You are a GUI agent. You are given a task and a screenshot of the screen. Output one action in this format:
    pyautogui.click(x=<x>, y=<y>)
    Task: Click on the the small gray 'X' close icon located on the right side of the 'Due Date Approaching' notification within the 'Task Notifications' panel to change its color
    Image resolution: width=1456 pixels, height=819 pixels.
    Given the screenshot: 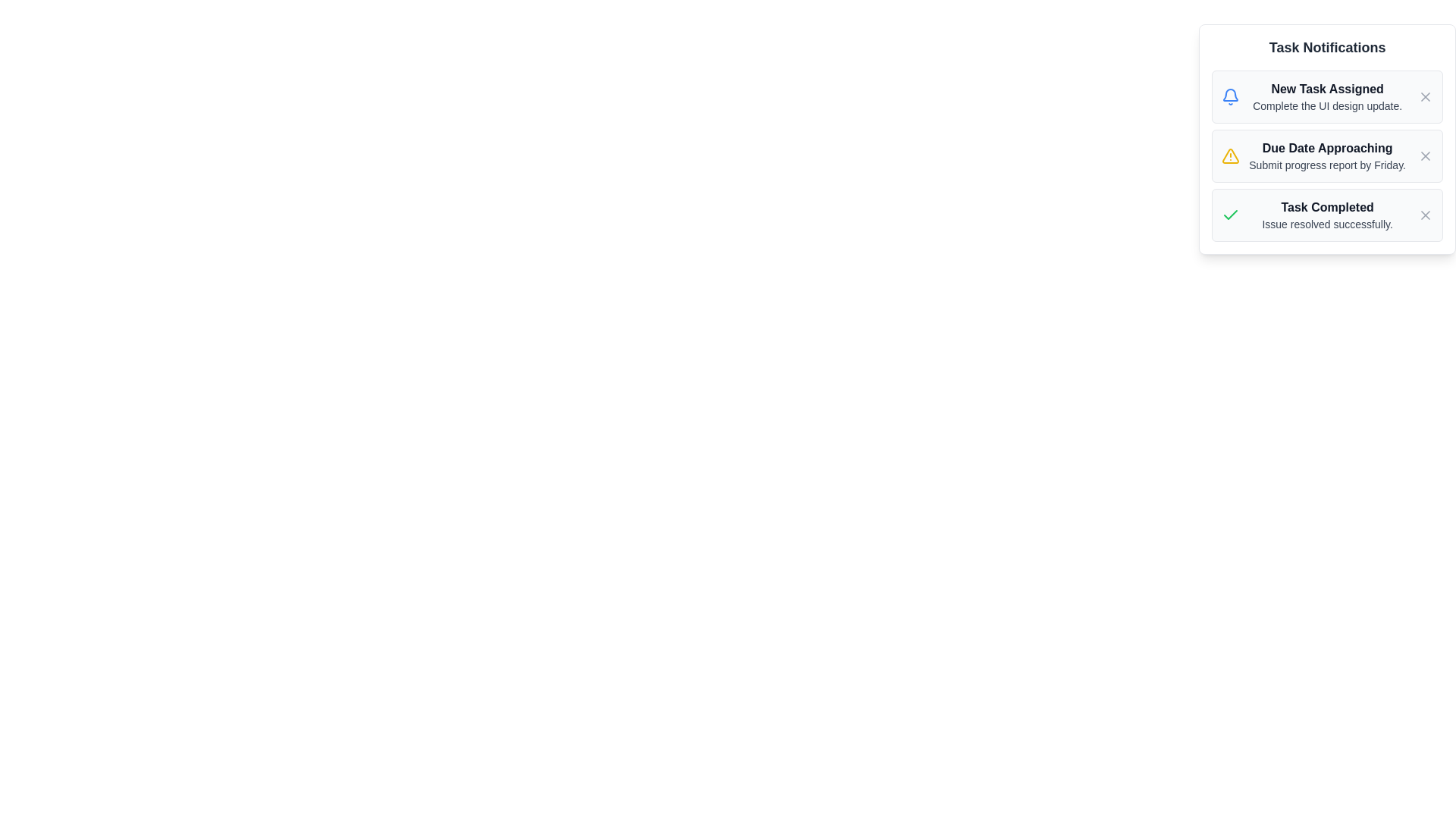 What is the action you would take?
    pyautogui.click(x=1425, y=155)
    